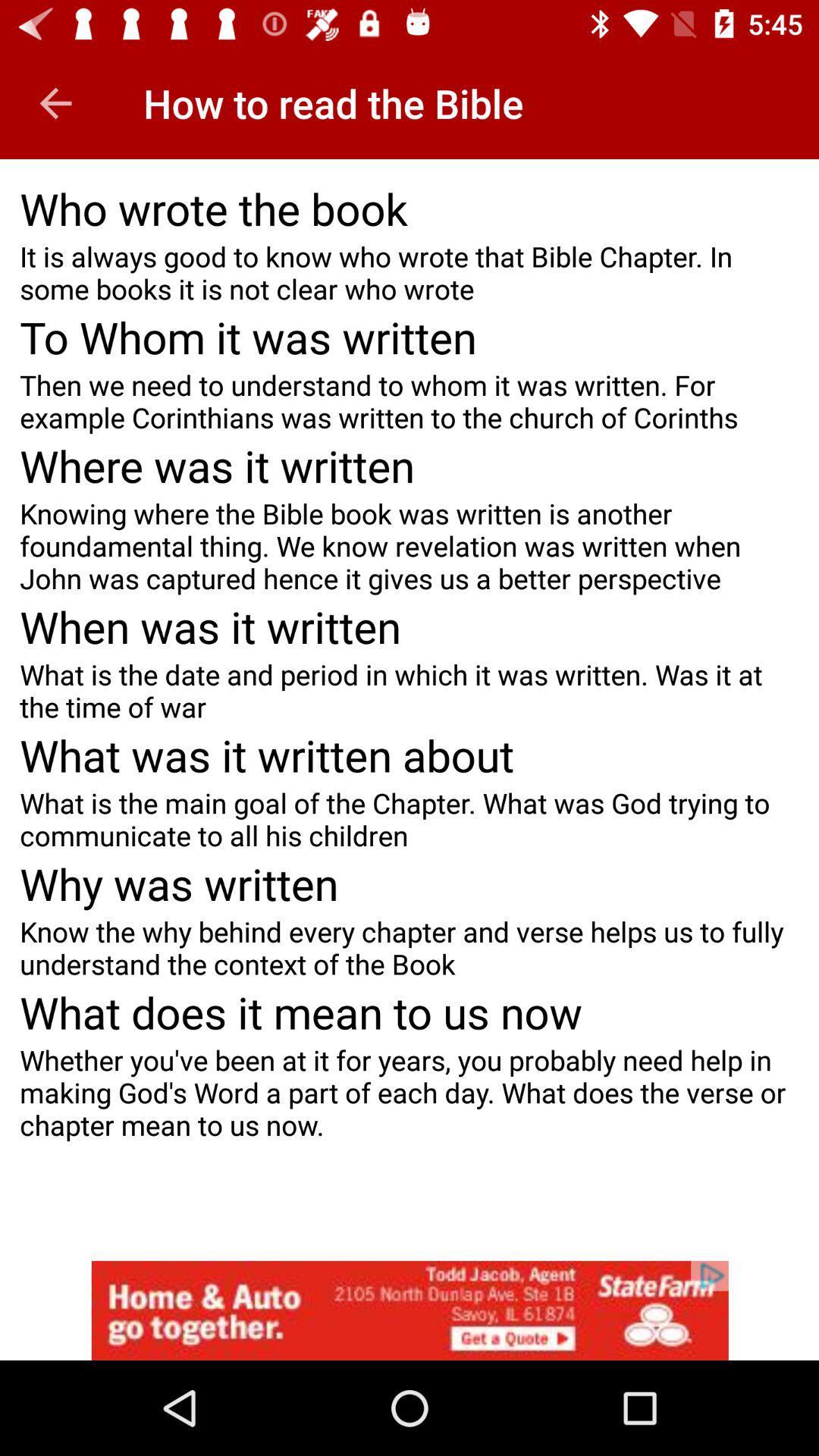  What do you see at coordinates (409, 1310) in the screenshot?
I see `open an advertisements` at bounding box center [409, 1310].